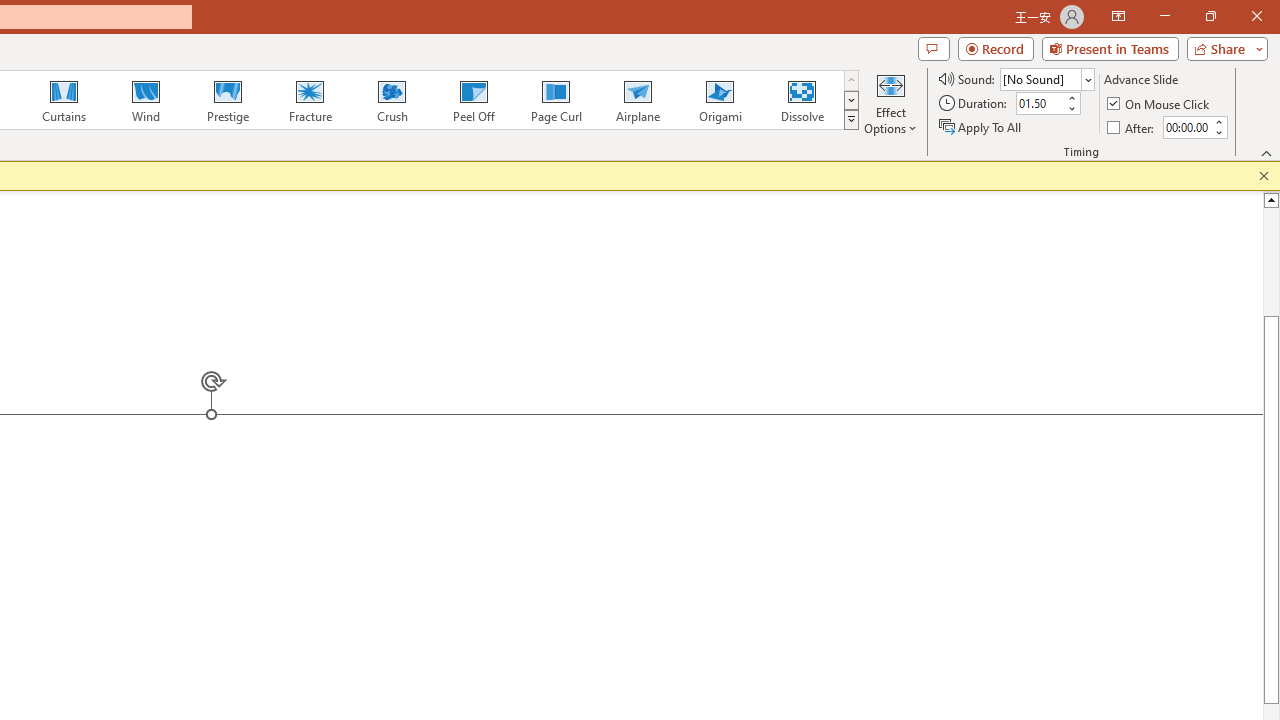  I want to click on 'Effect Options', so click(889, 103).